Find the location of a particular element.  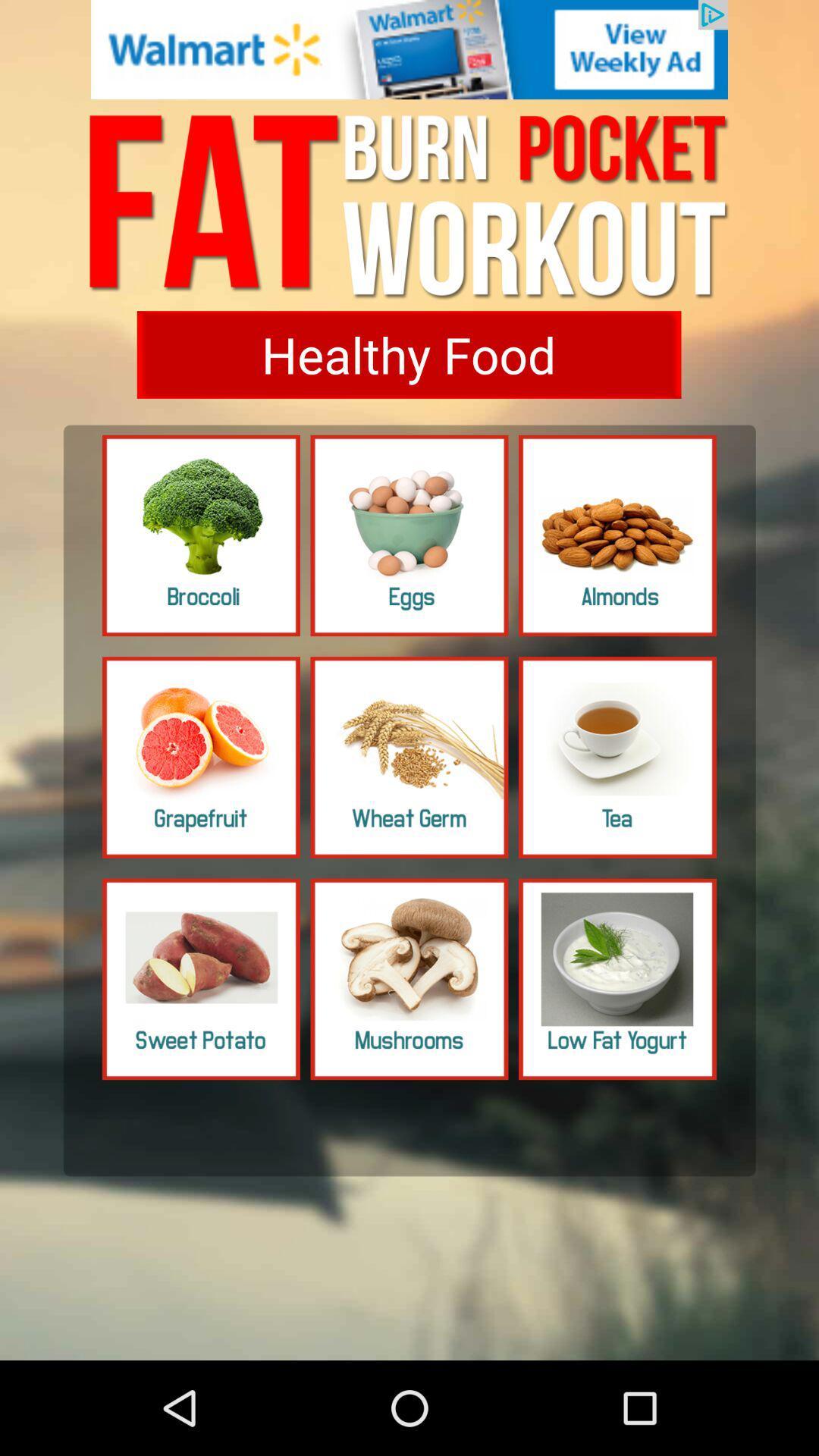

click advertisement is located at coordinates (409, 49).